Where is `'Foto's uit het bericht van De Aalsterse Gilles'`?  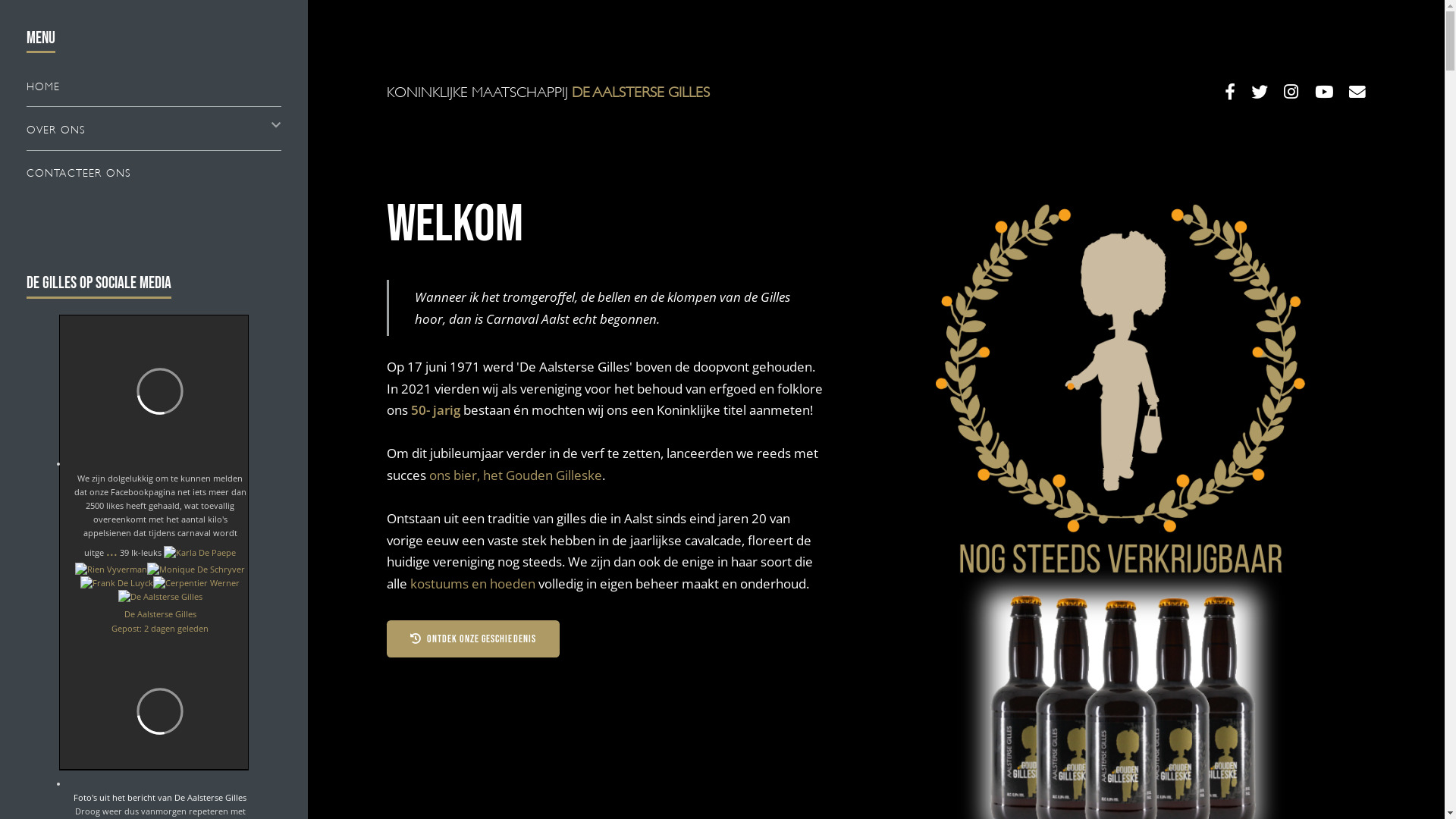 'Foto's uit het bericht van De Aalsterse Gilles' is located at coordinates (160, 796).